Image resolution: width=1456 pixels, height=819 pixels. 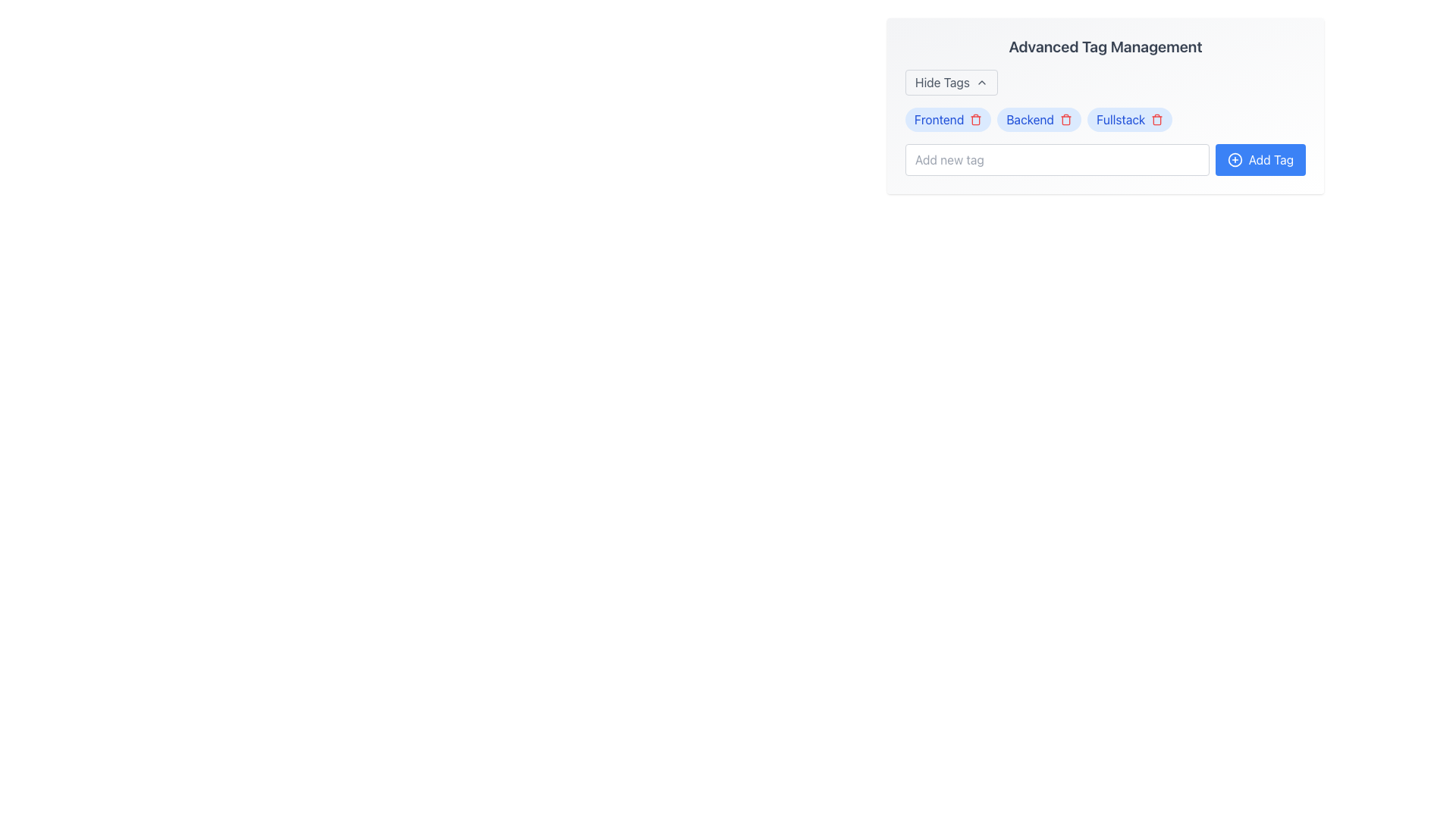 What do you see at coordinates (1156, 119) in the screenshot?
I see `the trash icon button, which is represented in a red color scheme and located to the right of the 'Fullstack' tag in the Advanced Tag Management interface` at bounding box center [1156, 119].